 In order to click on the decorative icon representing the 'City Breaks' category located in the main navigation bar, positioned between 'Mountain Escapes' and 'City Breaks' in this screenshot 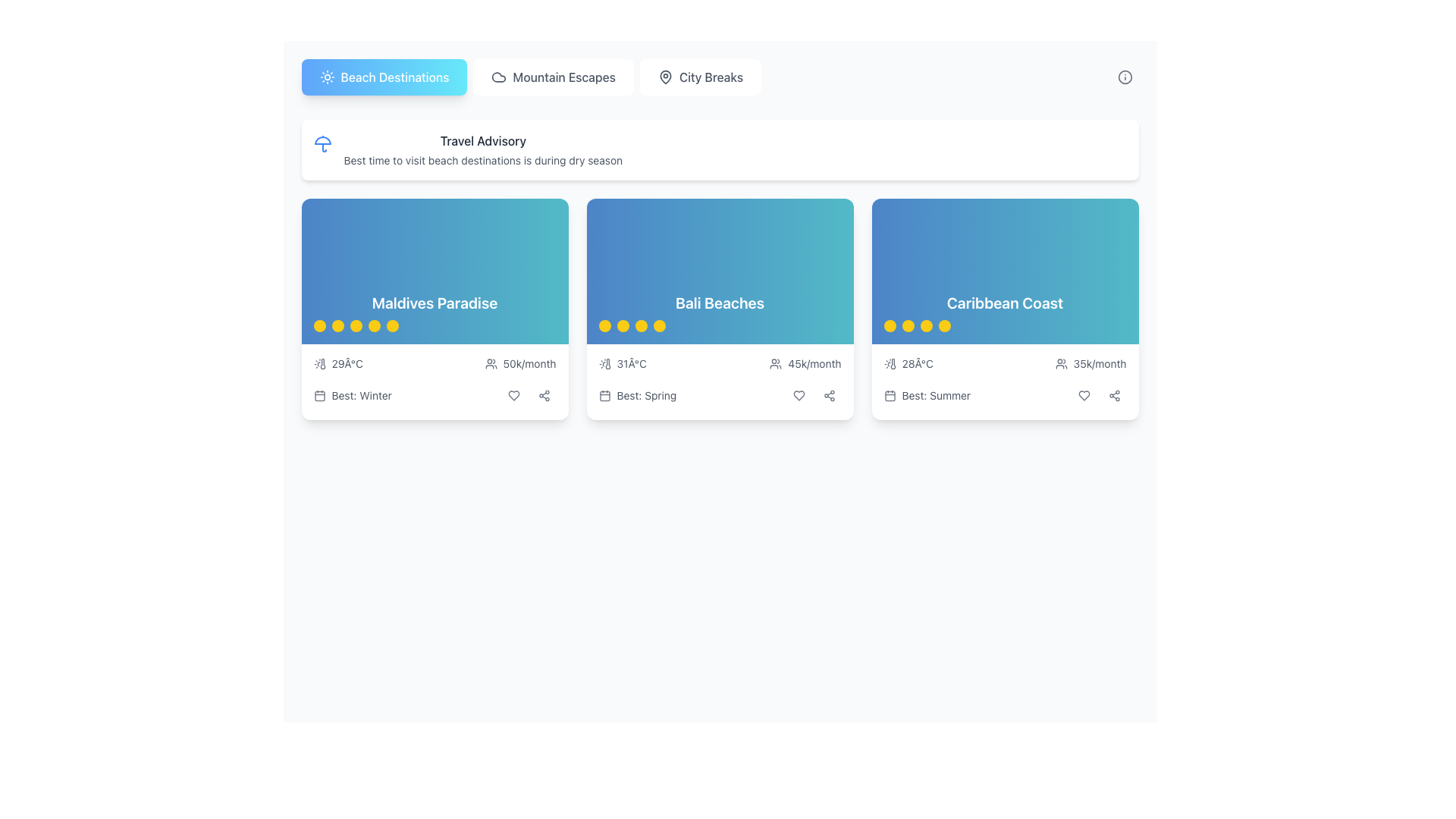, I will do `click(665, 77)`.